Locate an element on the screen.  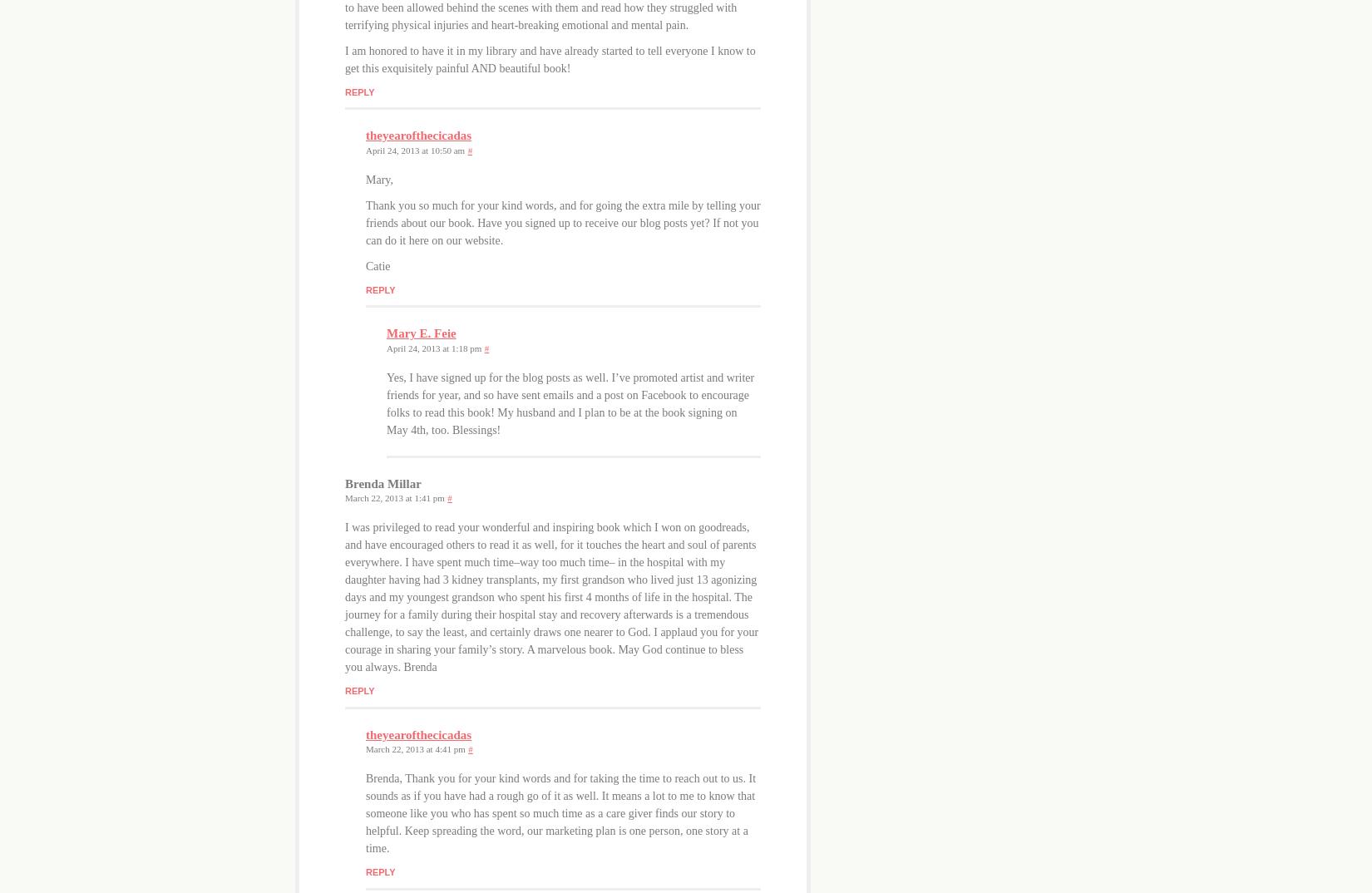
'Brenda,  Thank you for your kind words and for taking the time to reach out to us.  It sounds as if you have had a rough go of it as well. It means a lot to me to know that someone like you who has spent so much time as a care giver finds our story to helpful. Keep spreading the word, our marketing plan is one person, one story at a time.' is located at coordinates (560, 812).